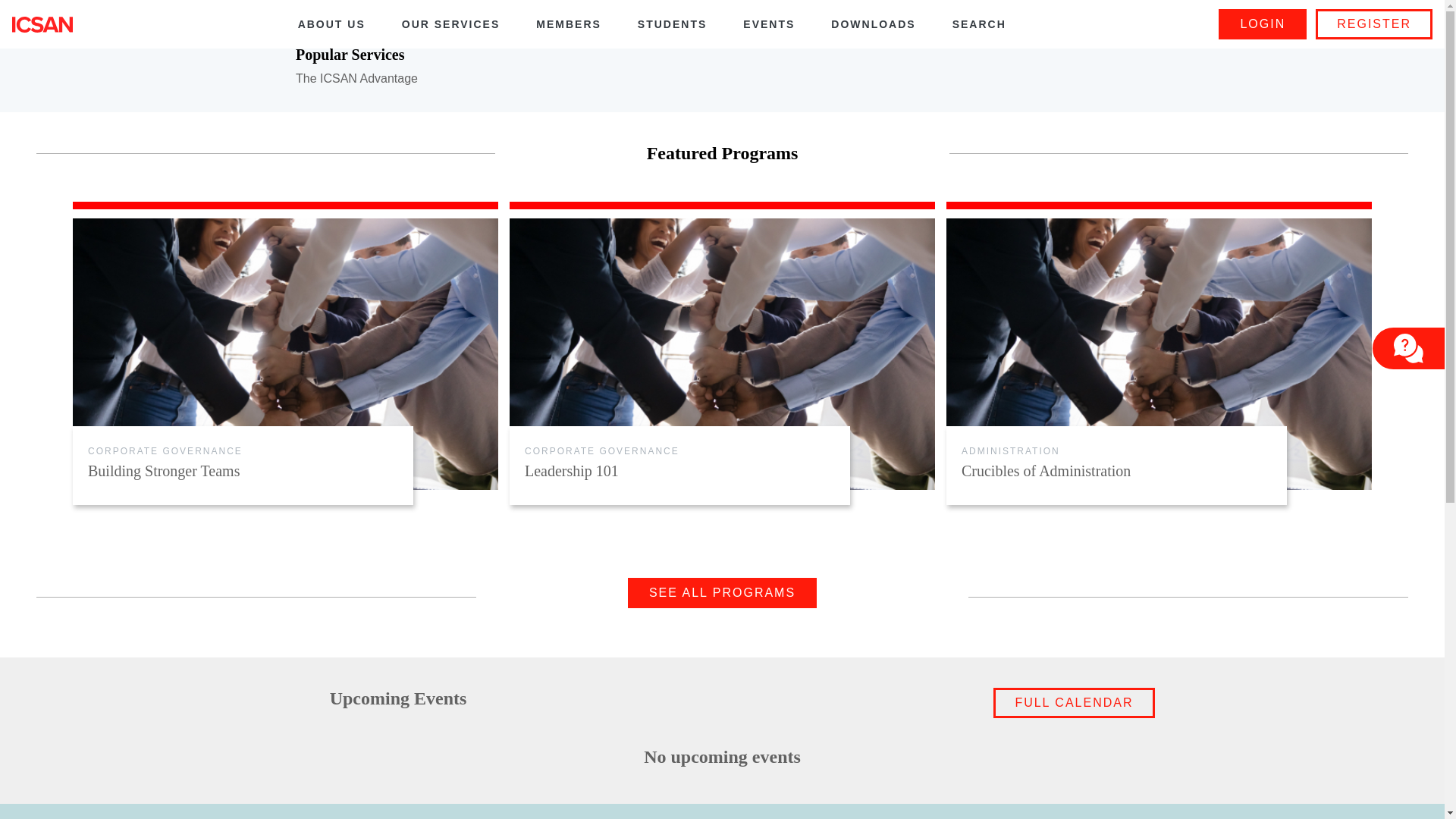 The image size is (1456, 819). What do you see at coordinates (165, 450) in the screenshot?
I see `'CORPORATE GOVERNANCE'` at bounding box center [165, 450].